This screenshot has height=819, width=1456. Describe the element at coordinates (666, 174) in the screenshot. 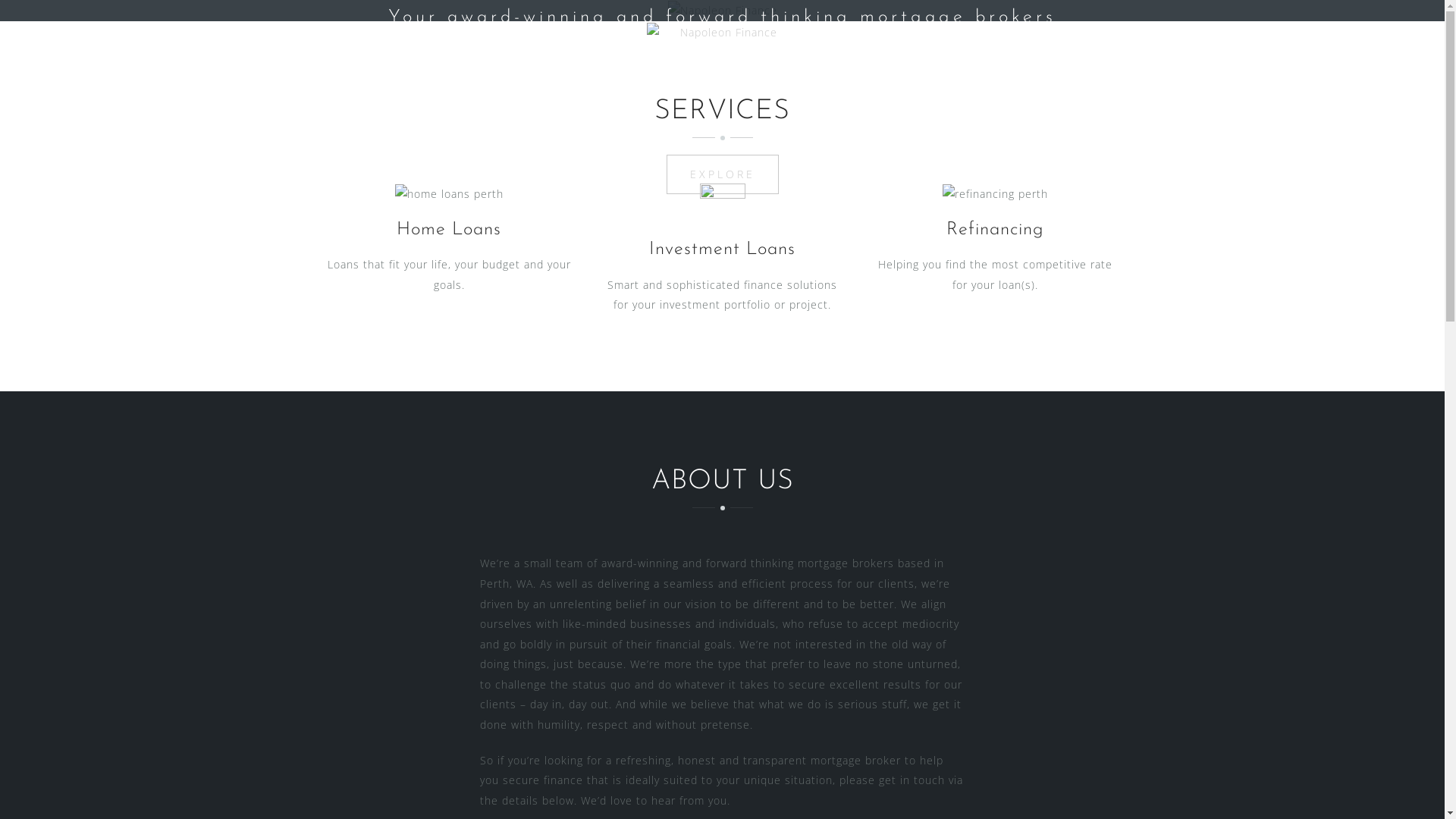

I see `'EXPLORE'` at that location.